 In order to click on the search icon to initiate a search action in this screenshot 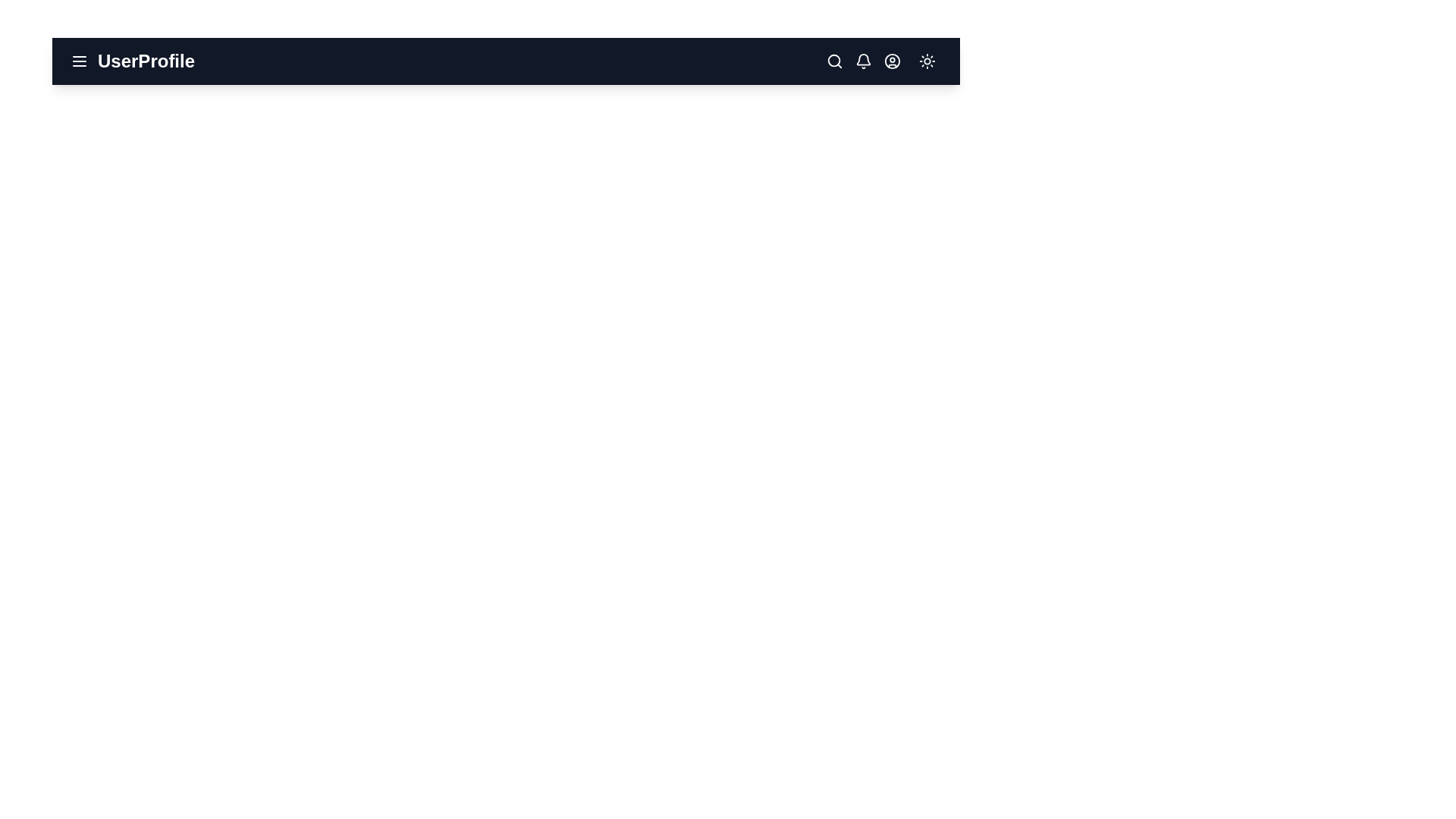, I will do `click(833, 61)`.